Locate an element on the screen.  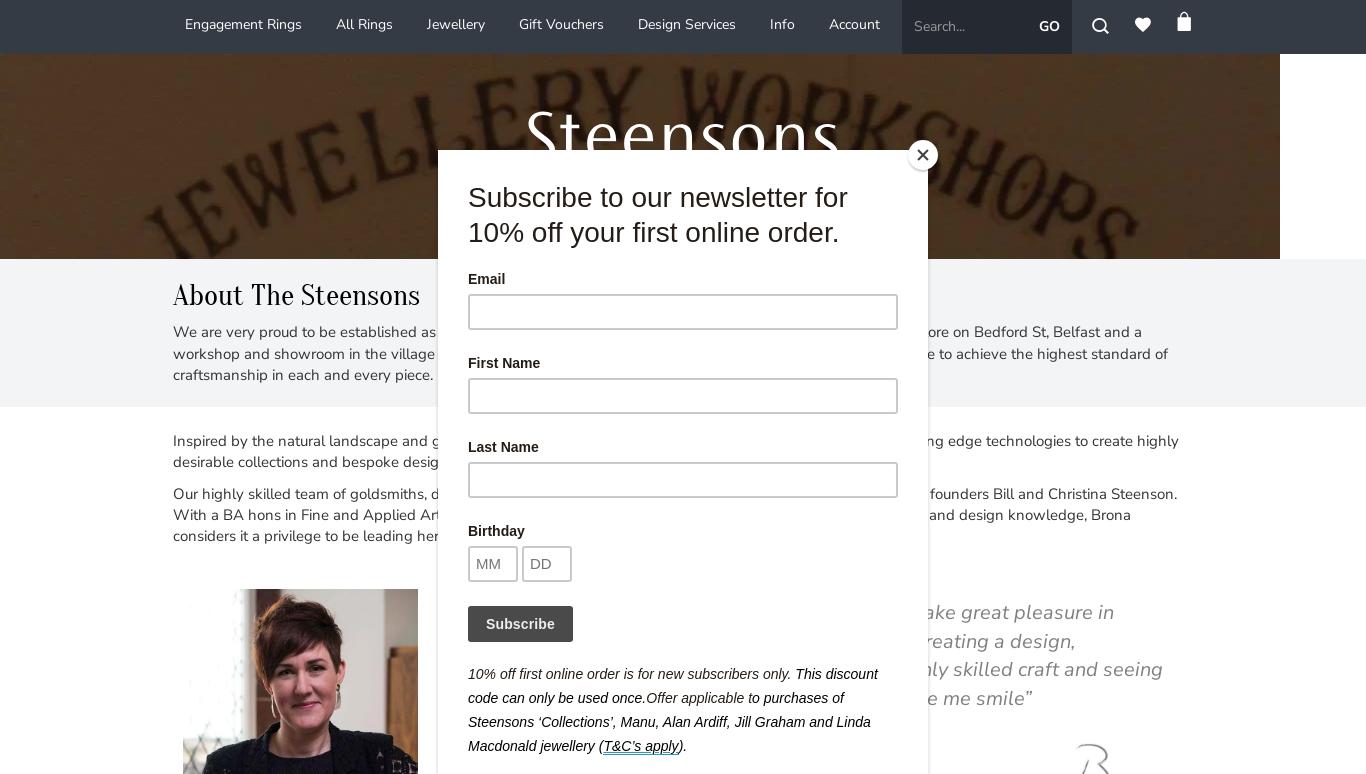
'Gift Vouchers' is located at coordinates (518, 24).